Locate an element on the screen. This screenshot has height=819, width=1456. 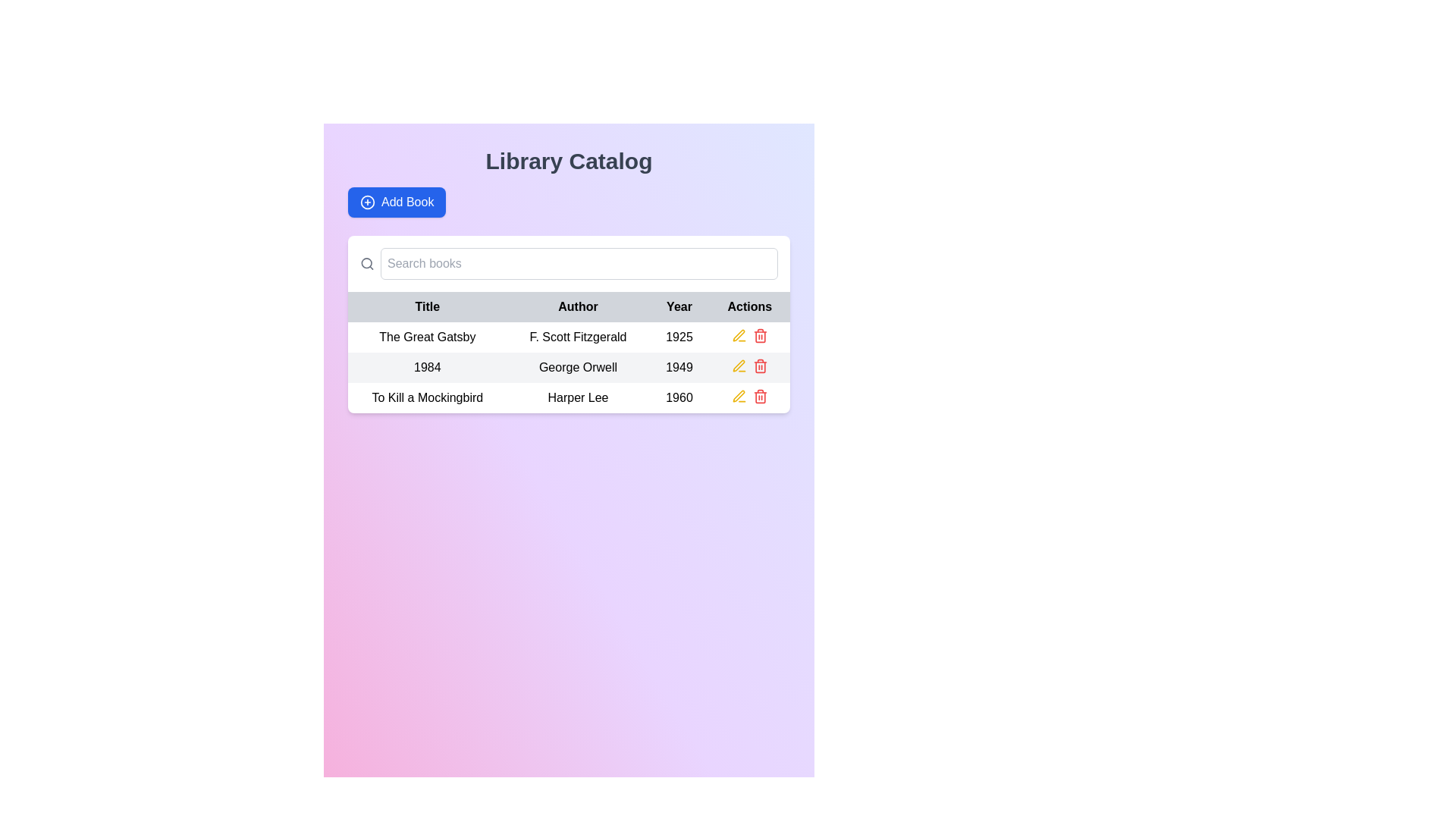
text from the Table Header Cell labeled 'Title', which is the first cell in the header row of the table is located at coordinates (426, 307).